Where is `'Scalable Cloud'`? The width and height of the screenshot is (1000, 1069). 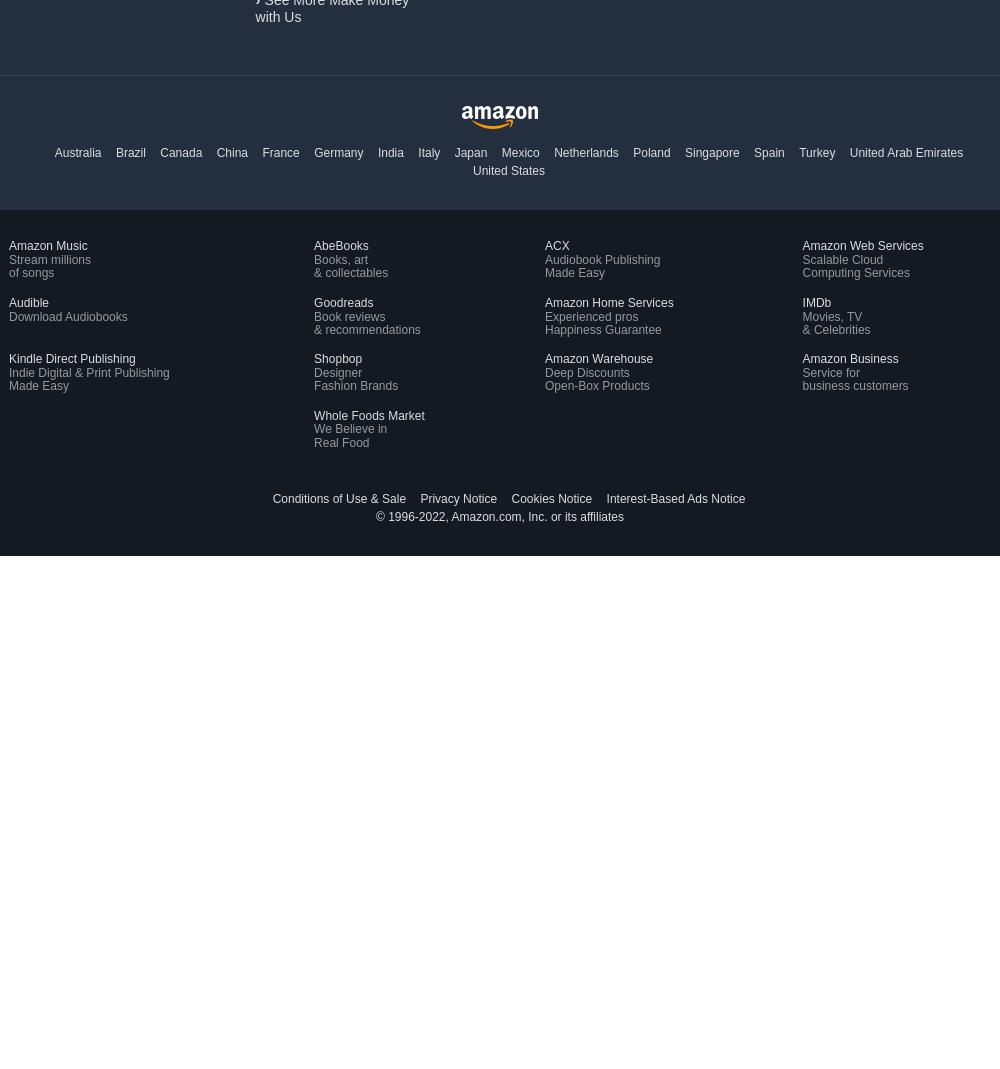
'Scalable Cloud' is located at coordinates (802, 258).